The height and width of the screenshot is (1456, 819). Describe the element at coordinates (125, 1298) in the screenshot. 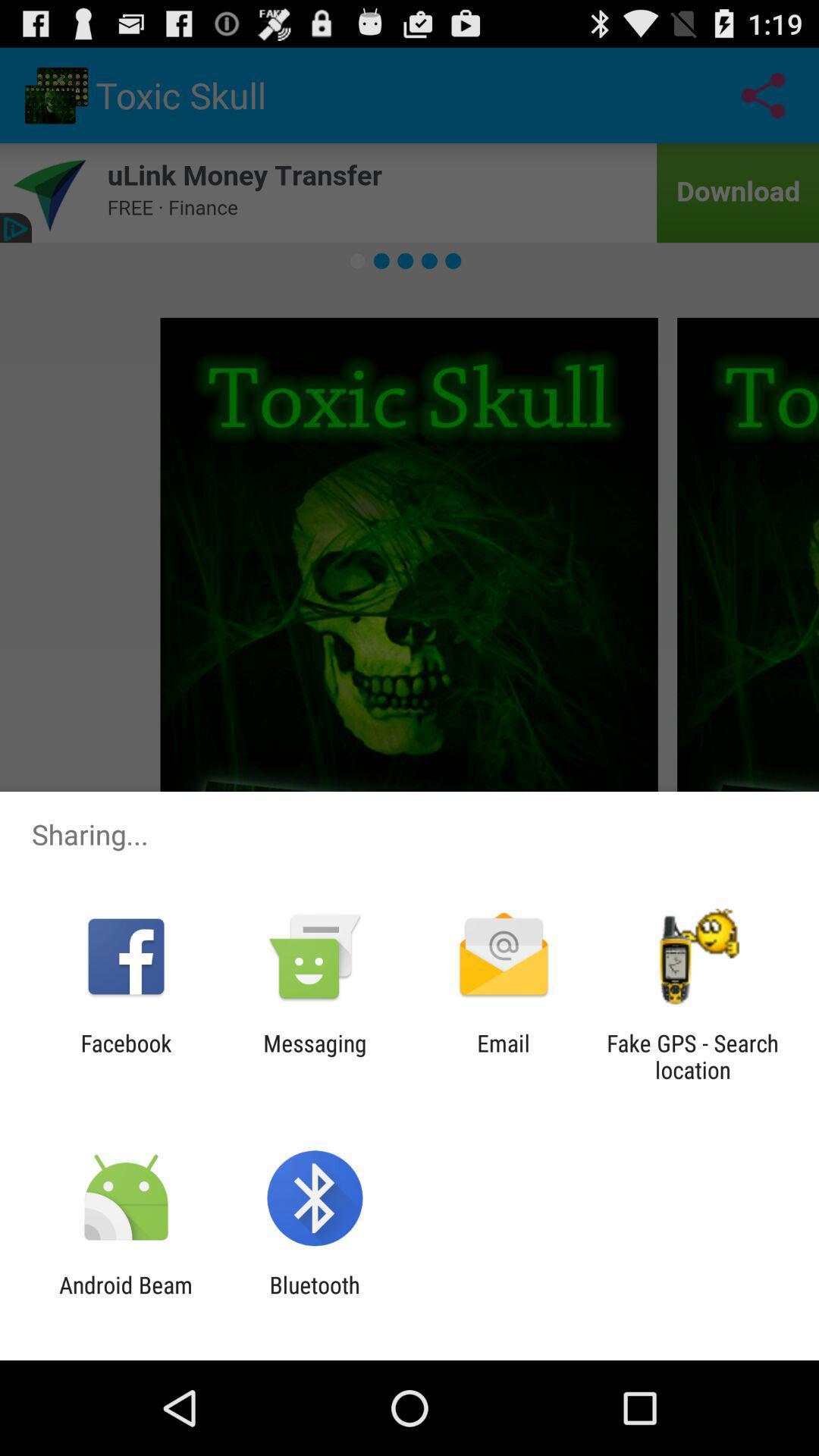

I see `app to the left of the bluetooth app` at that location.